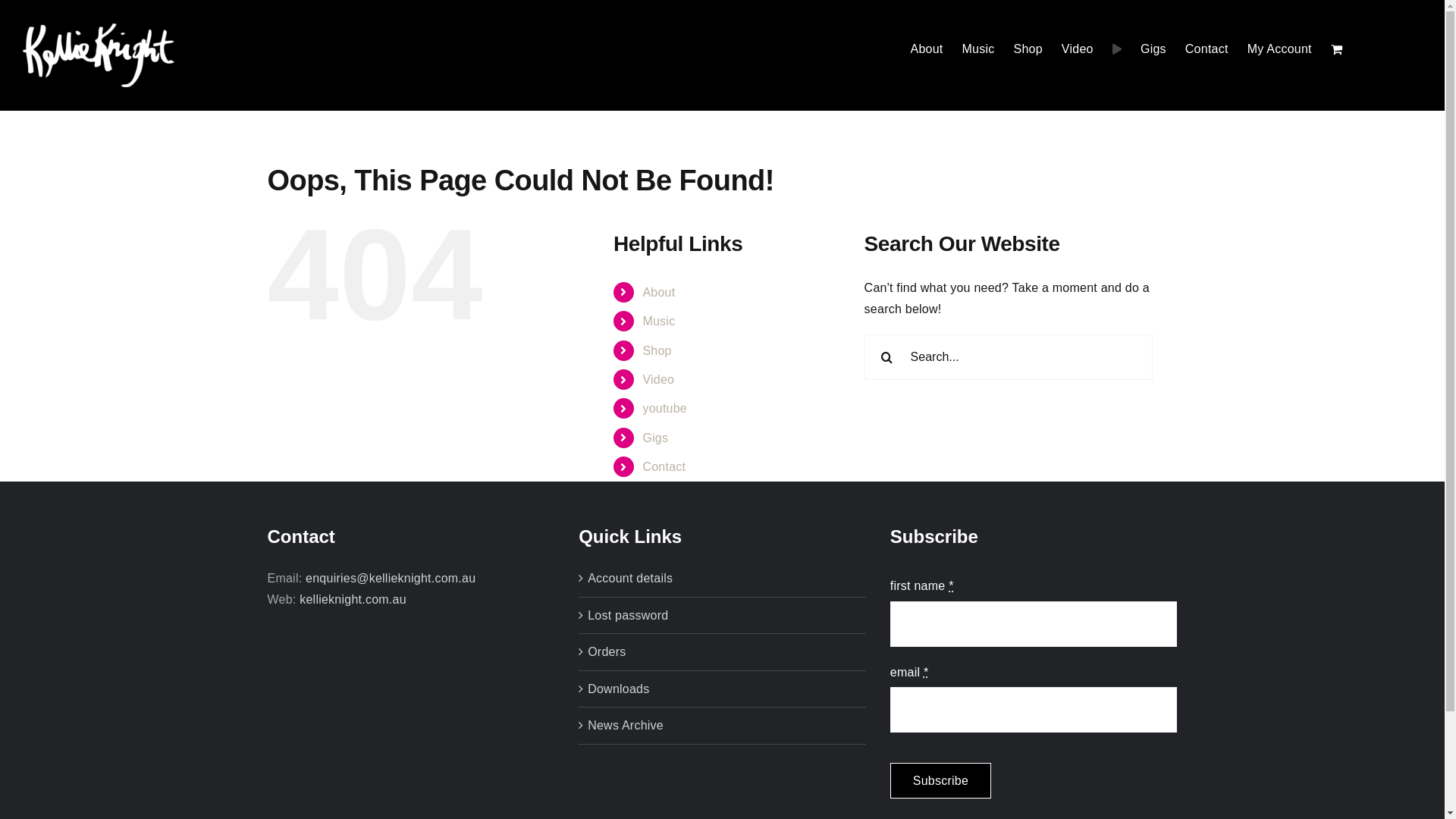 This screenshot has height=819, width=1456. Describe the element at coordinates (305, 578) in the screenshot. I see `'enquiries@kellieknight.com.au'` at that location.